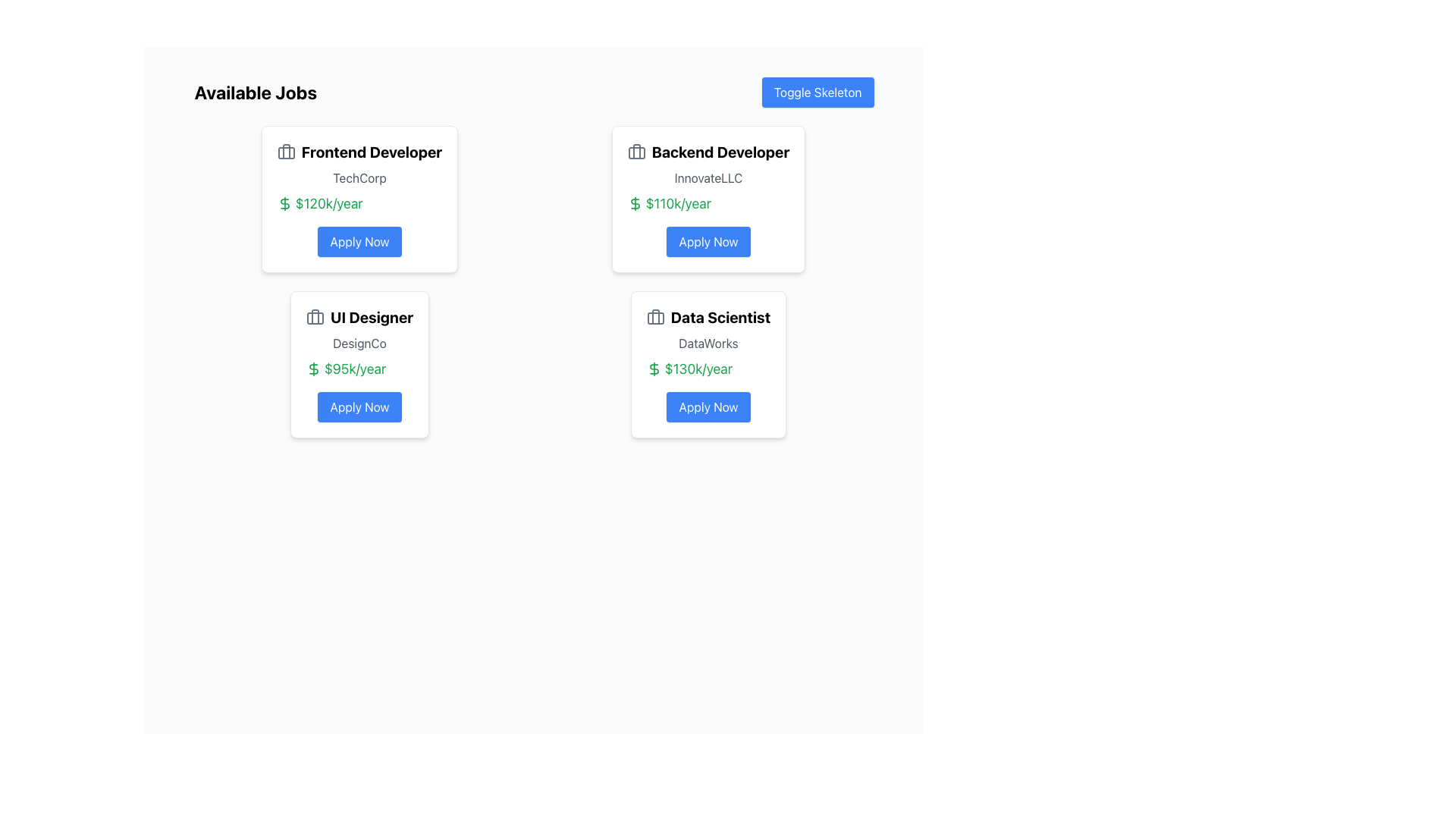  What do you see at coordinates (359, 152) in the screenshot?
I see `the job title text element located in the top-left card of the job listings` at bounding box center [359, 152].